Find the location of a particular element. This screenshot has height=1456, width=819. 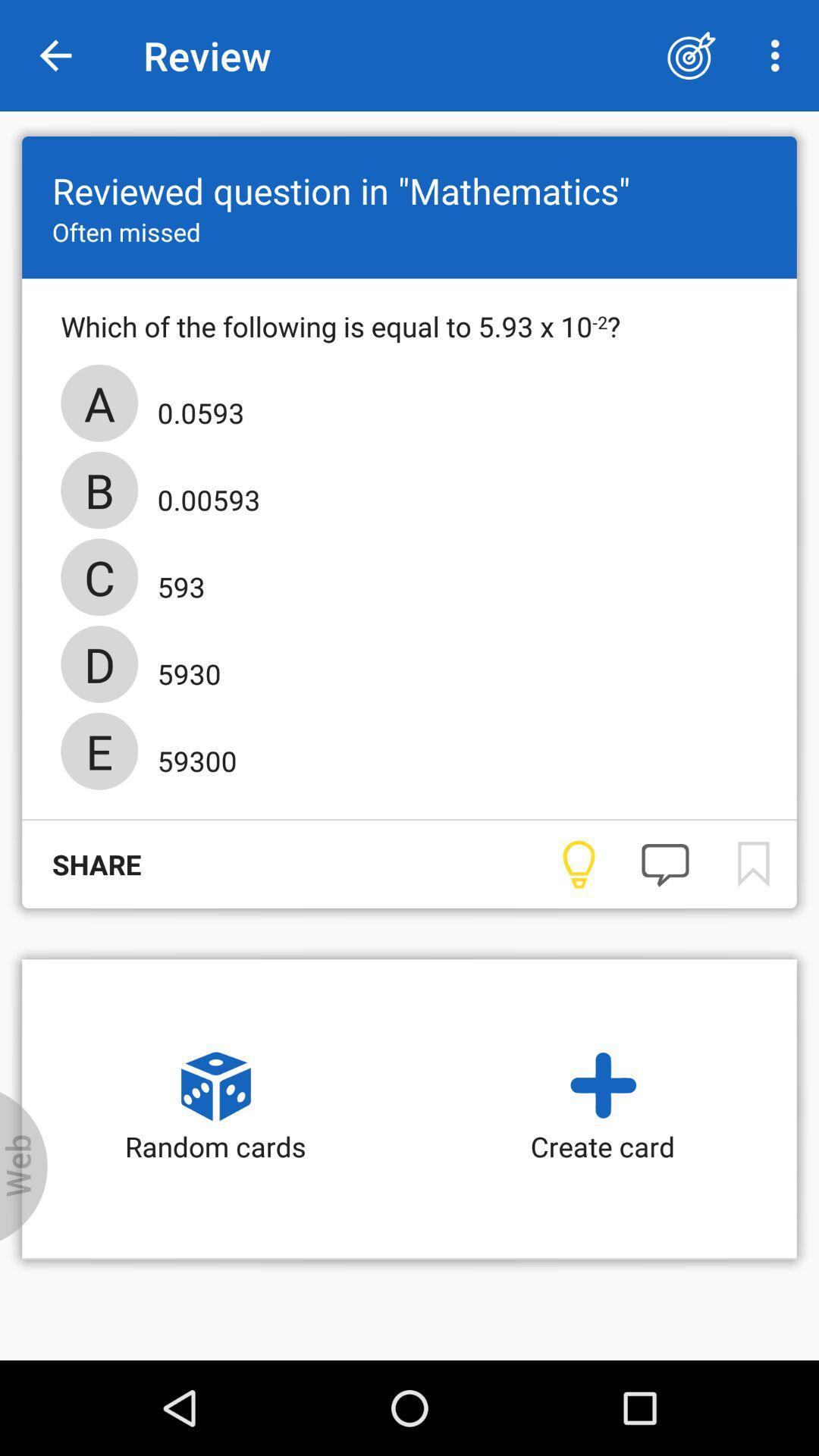

item below the c item is located at coordinates (184, 668).